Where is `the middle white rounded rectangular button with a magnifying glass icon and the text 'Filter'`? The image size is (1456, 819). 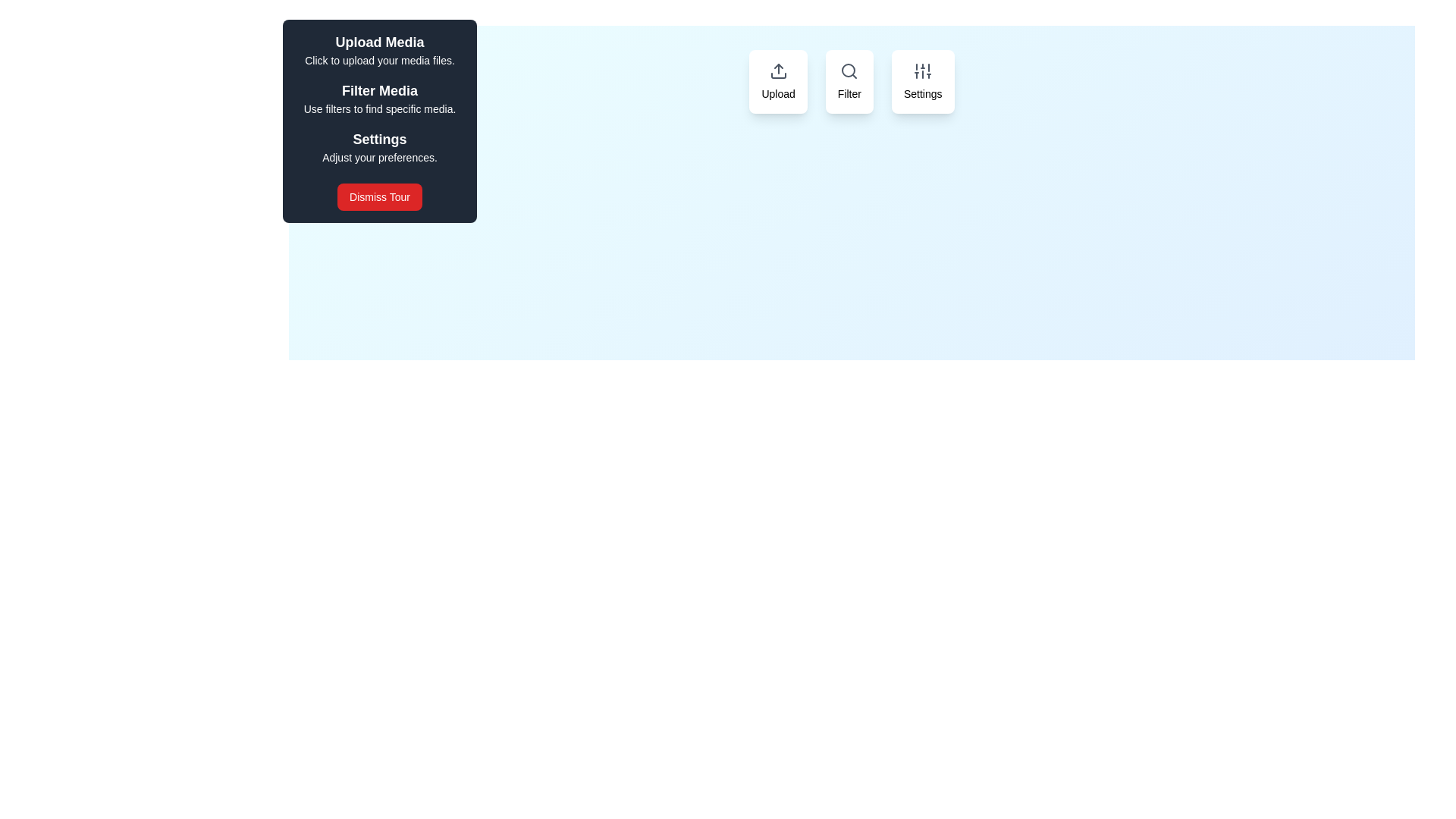
the middle white rounded rectangular button with a magnifying glass icon and the text 'Filter' is located at coordinates (849, 82).